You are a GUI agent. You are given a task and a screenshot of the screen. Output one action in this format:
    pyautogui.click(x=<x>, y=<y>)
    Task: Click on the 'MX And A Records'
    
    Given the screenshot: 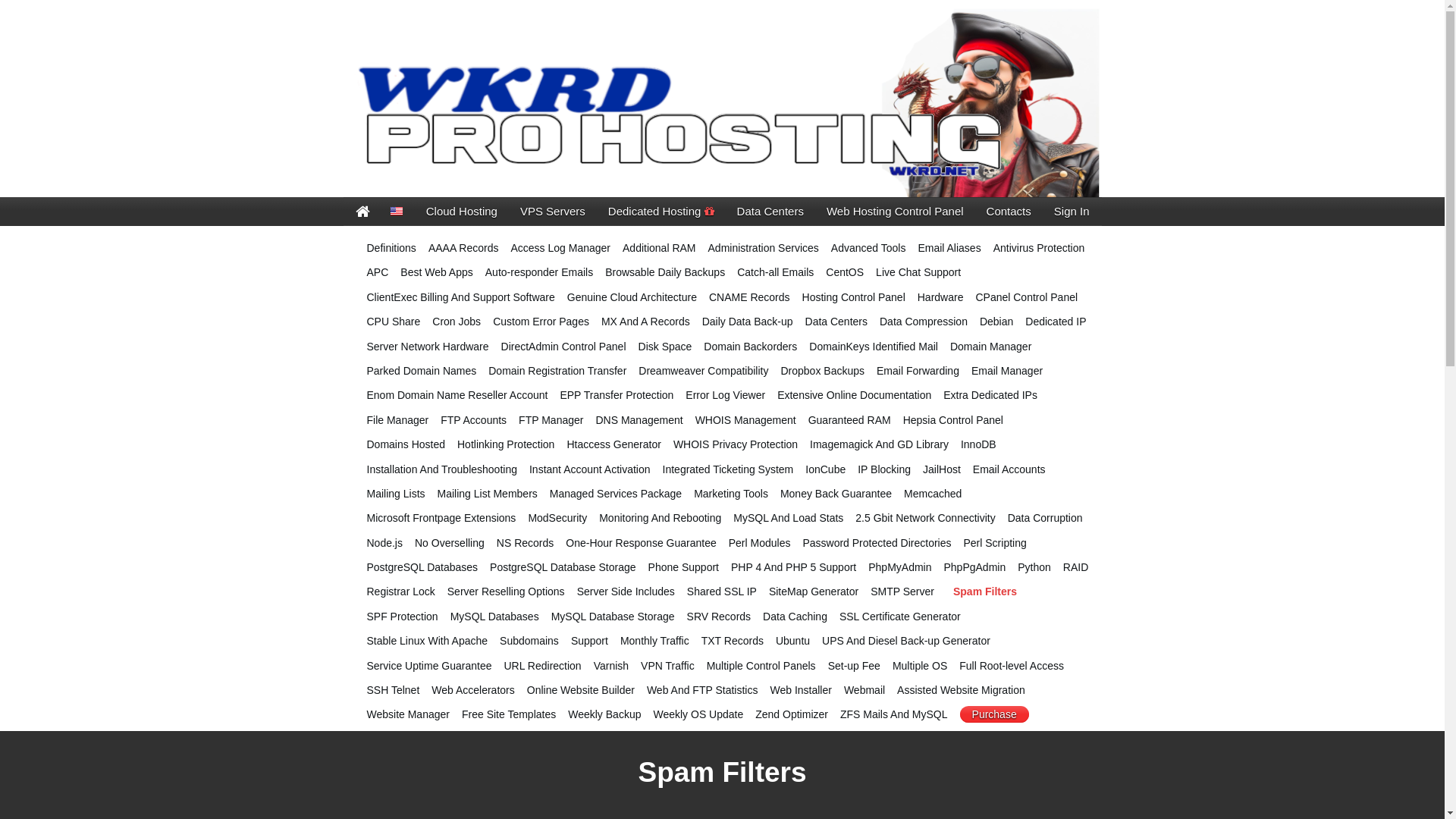 What is the action you would take?
    pyautogui.click(x=645, y=321)
    